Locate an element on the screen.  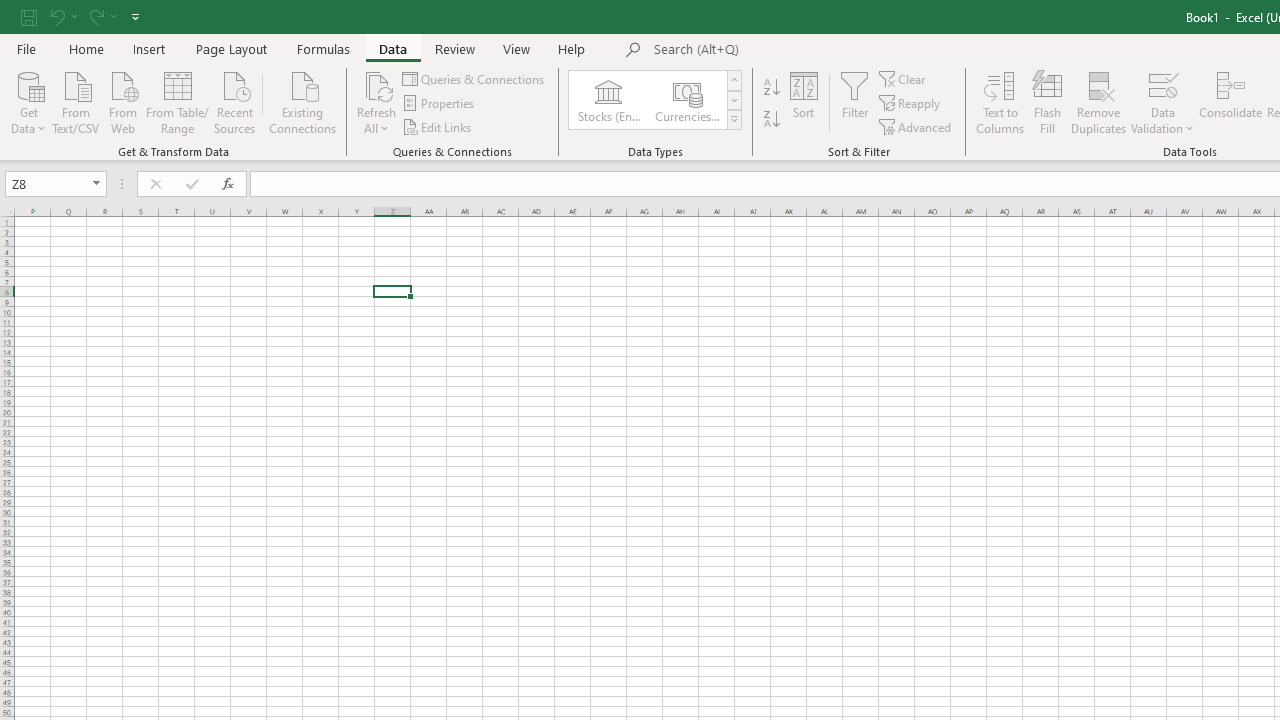
'Refresh All' is located at coordinates (376, 84).